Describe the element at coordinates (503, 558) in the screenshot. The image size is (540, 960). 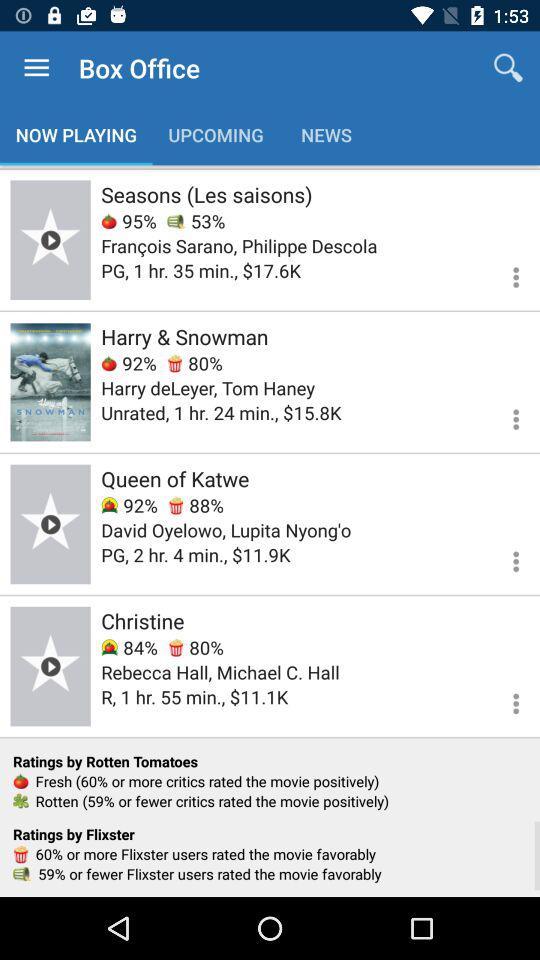
I see `more info` at that location.